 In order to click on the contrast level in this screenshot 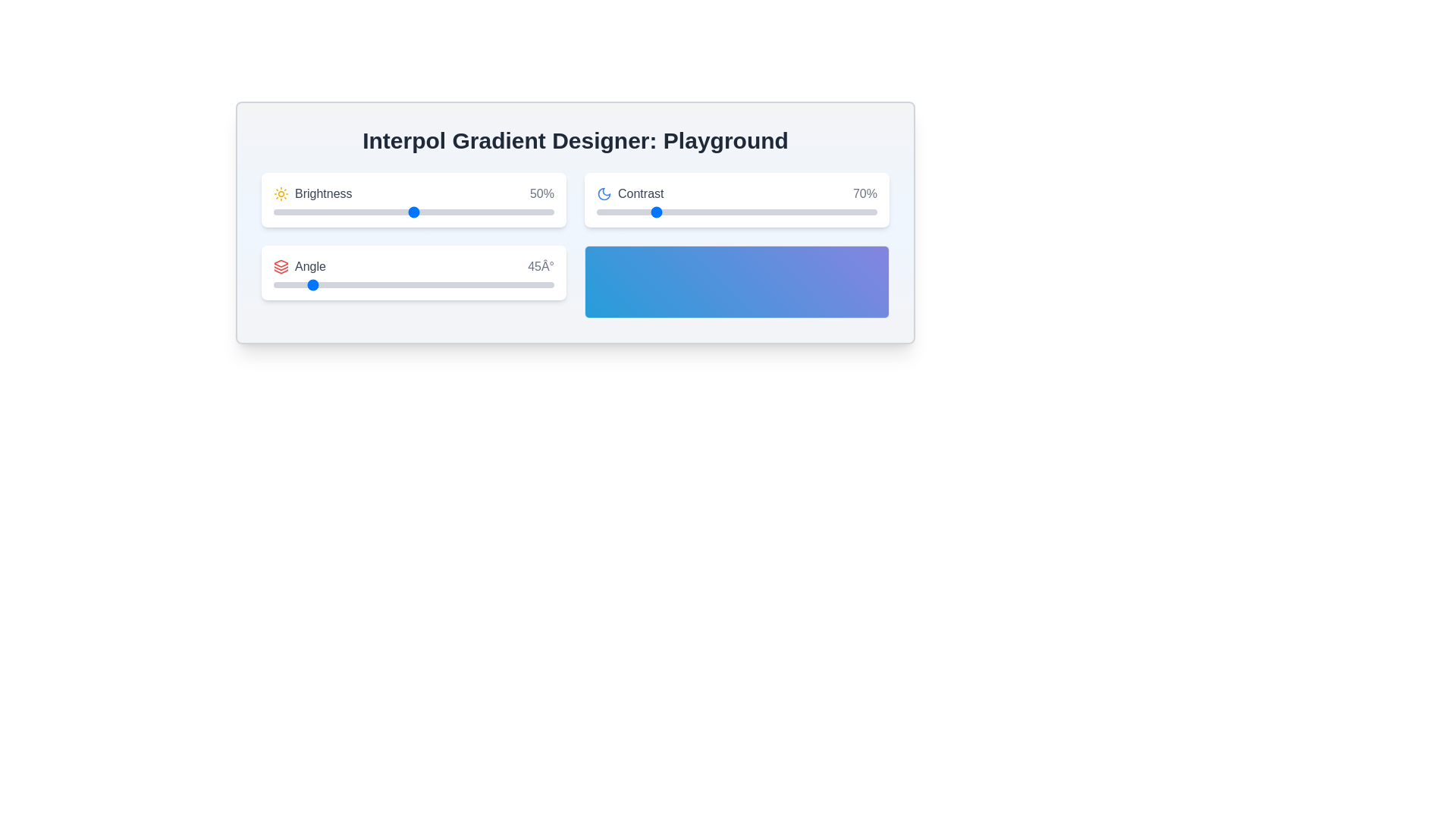, I will do `click(848, 212)`.